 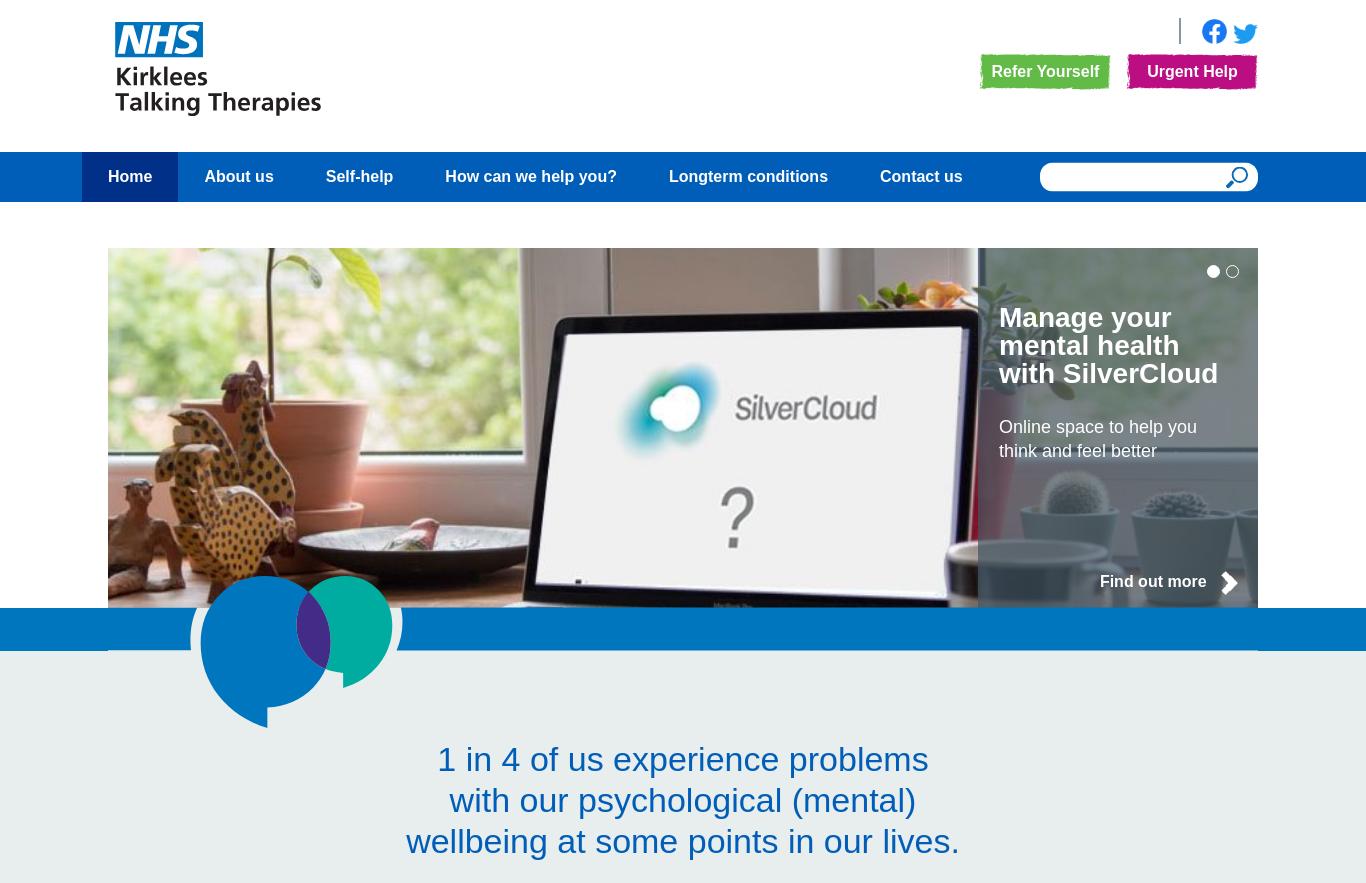 I want to click on 'Home', so click(x=129, y=175).